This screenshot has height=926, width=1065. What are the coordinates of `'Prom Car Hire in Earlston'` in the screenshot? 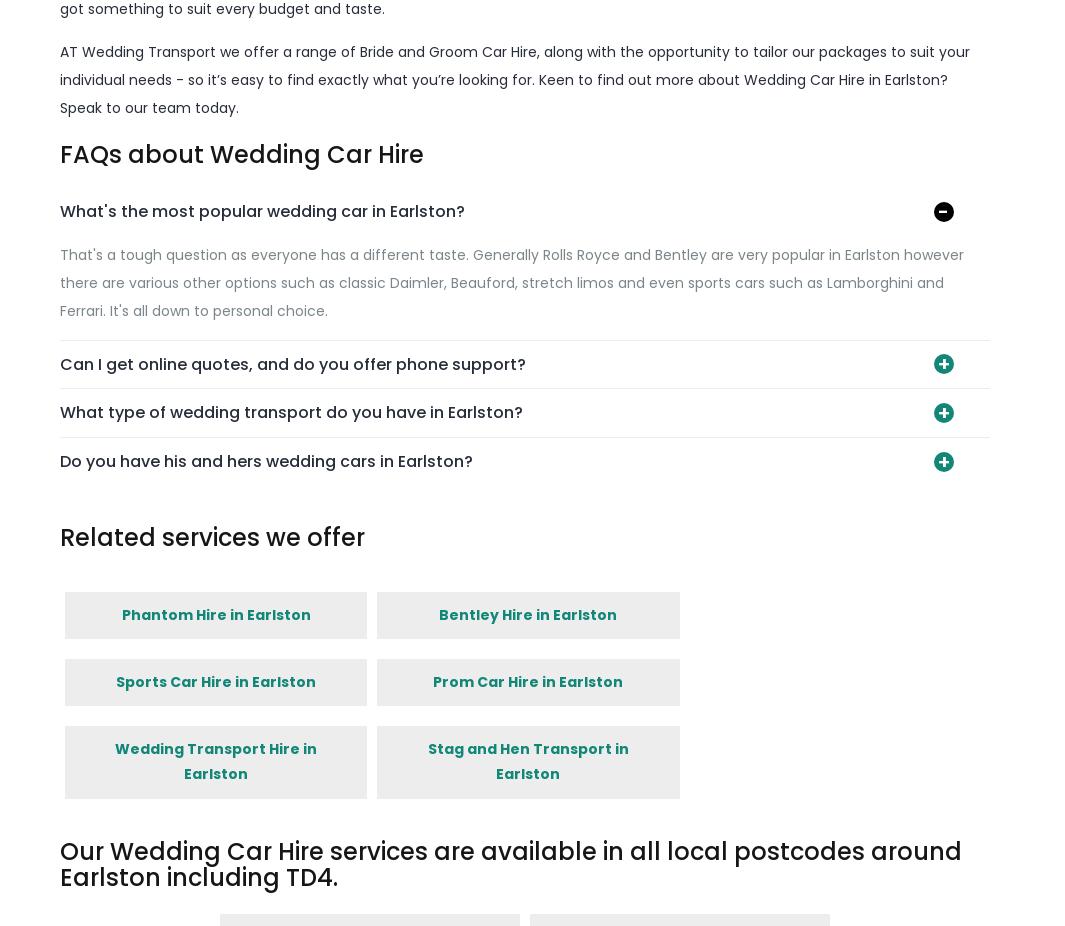 It's located at (527, 679).